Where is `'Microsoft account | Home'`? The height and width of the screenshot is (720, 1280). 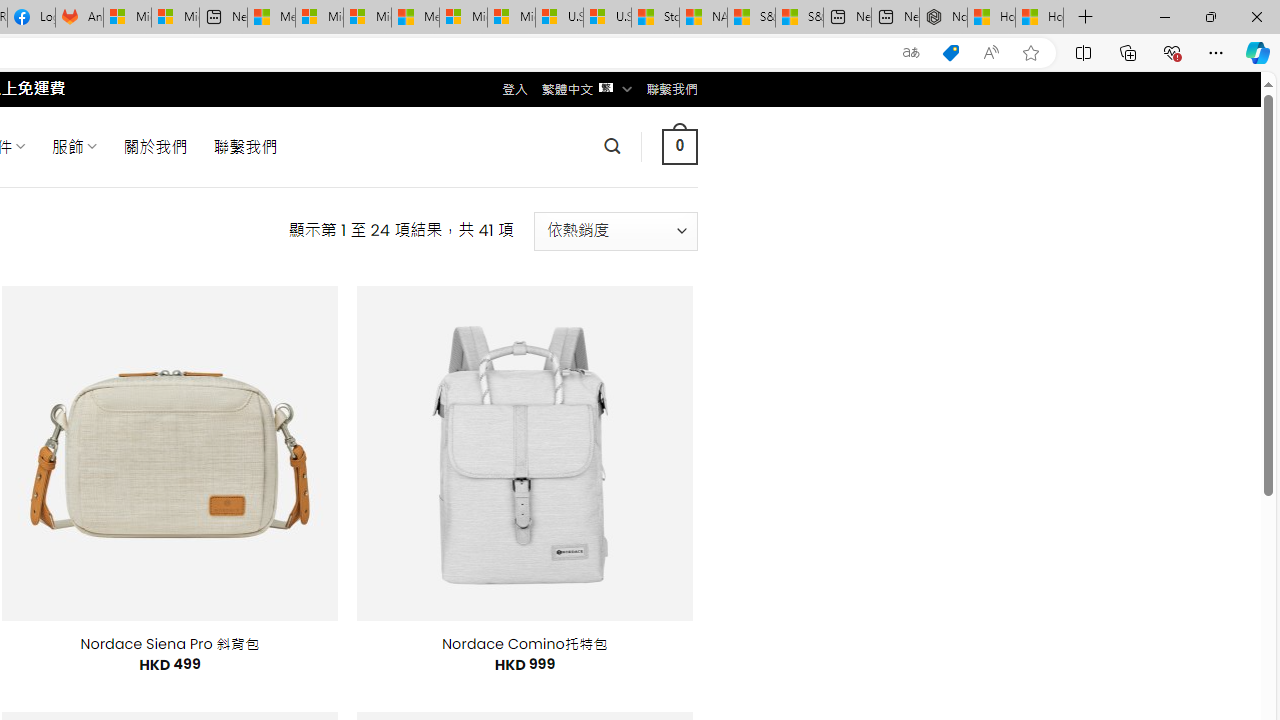
'Microsoft account | Home' is located at coordinates (367, 17).